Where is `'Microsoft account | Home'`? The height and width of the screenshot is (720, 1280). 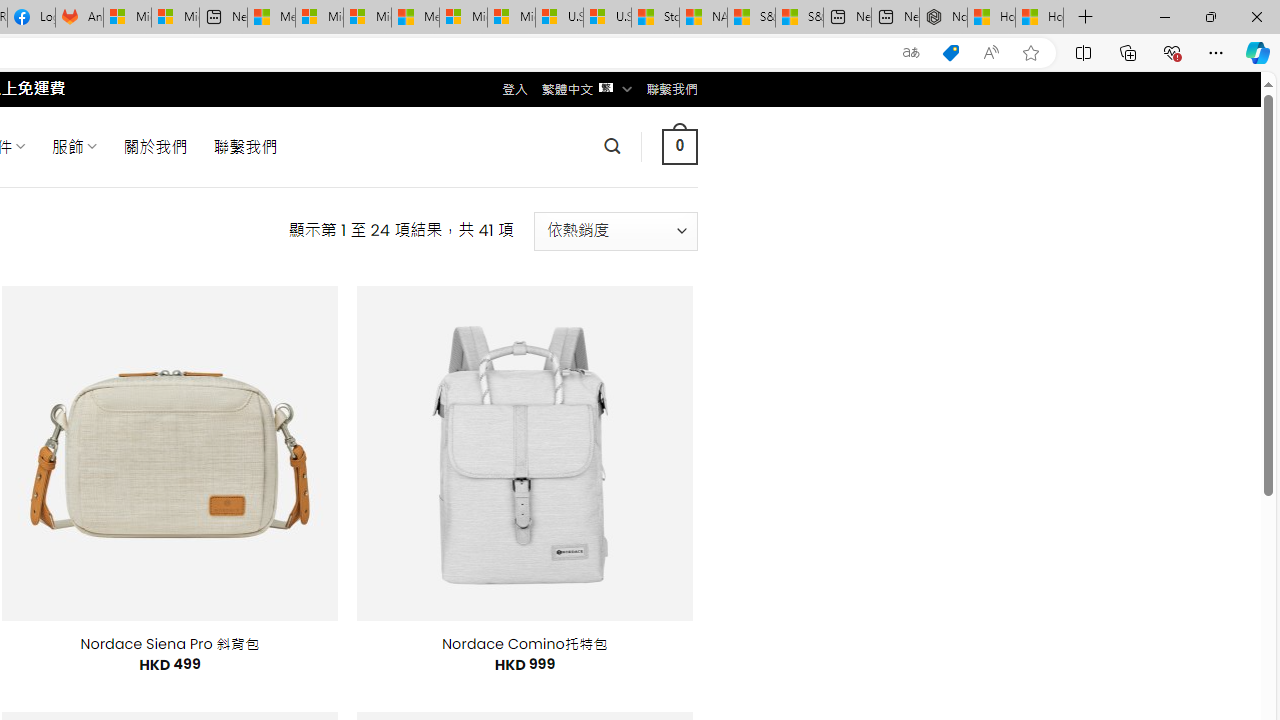
'Microsoft account | Home' is located at coordinates (367, 17).